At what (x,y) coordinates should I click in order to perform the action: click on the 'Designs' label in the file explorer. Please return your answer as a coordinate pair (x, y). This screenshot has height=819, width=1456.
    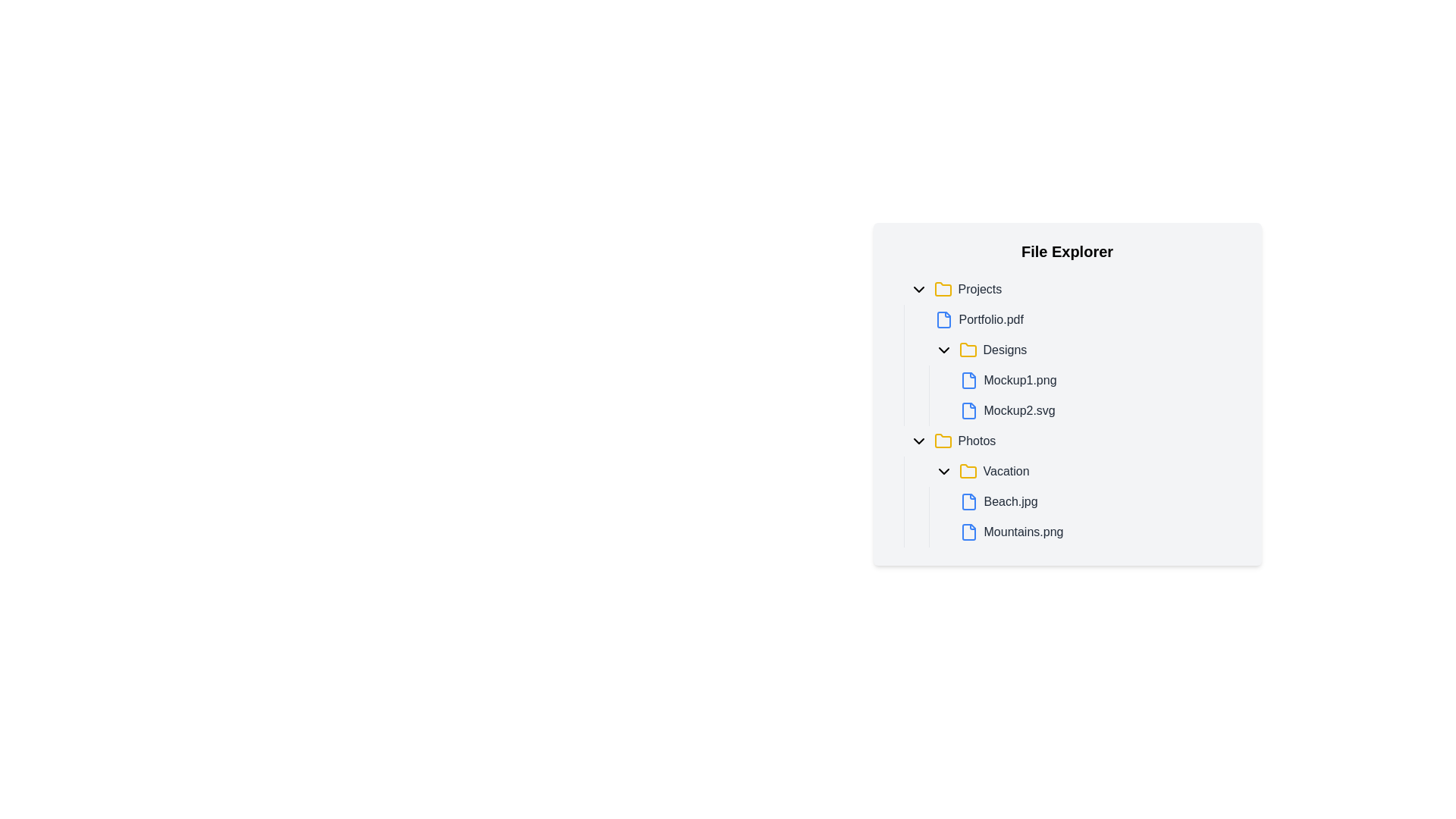
    Looking at the image, I should click on (1005, 350).